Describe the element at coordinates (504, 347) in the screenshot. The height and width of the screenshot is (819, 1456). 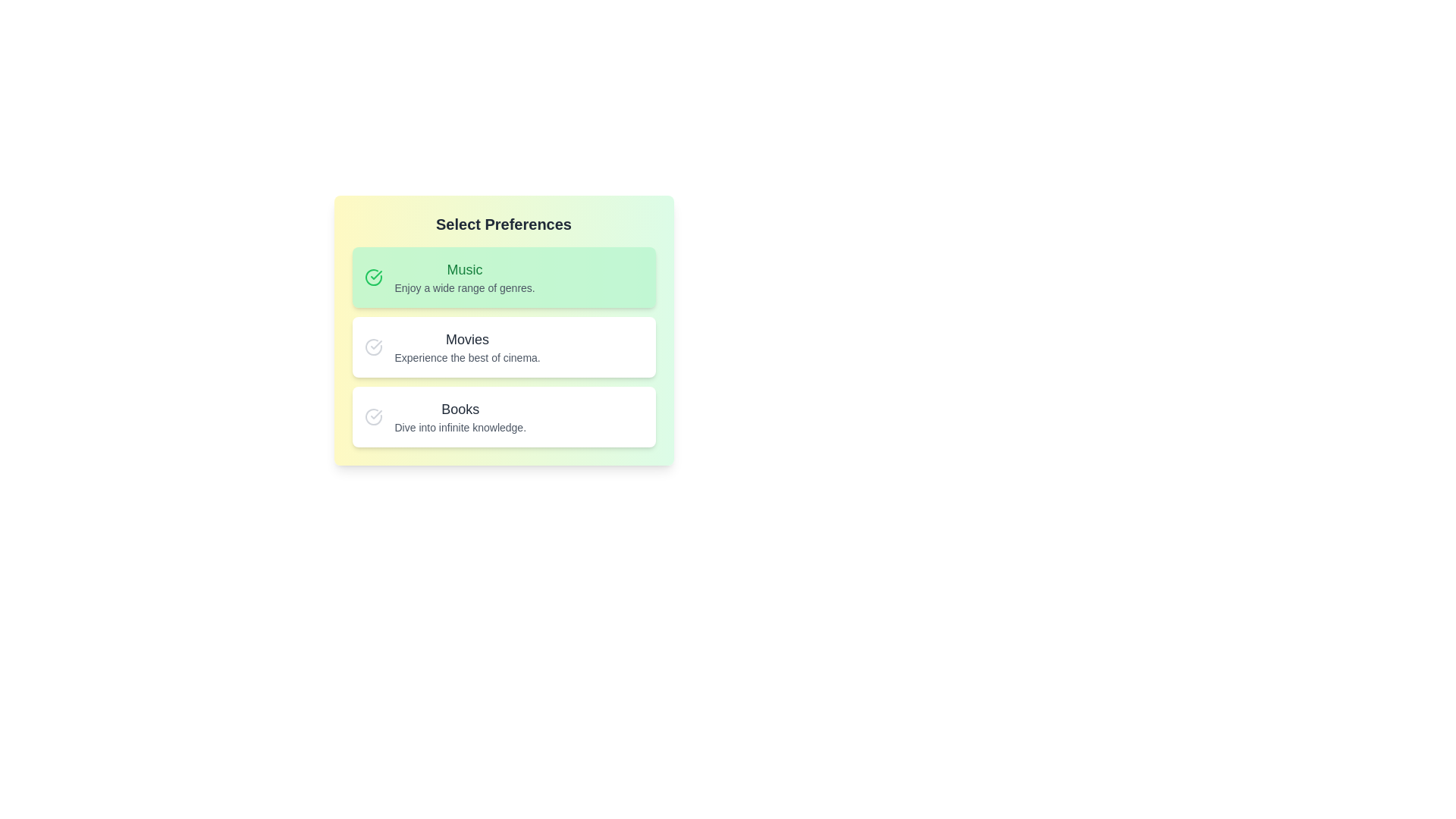
I see `the preference item Movies for inspection` at that location.